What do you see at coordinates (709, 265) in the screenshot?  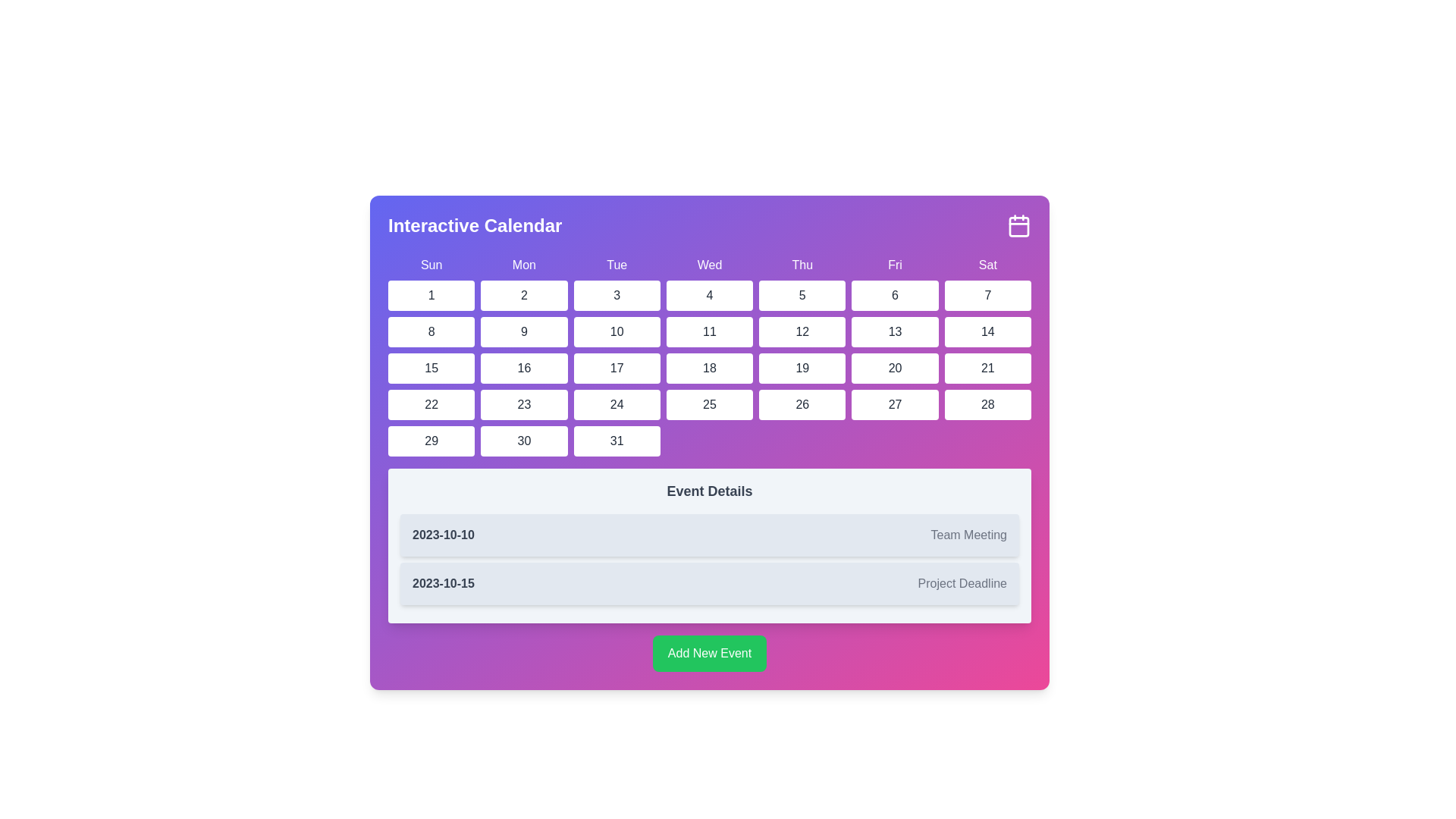 I see `the text label displaying 'Wed', which is positioned in the topmost row of the calendar interface between 'Tue' and 'Thu'` at bounding box center [709, 265].